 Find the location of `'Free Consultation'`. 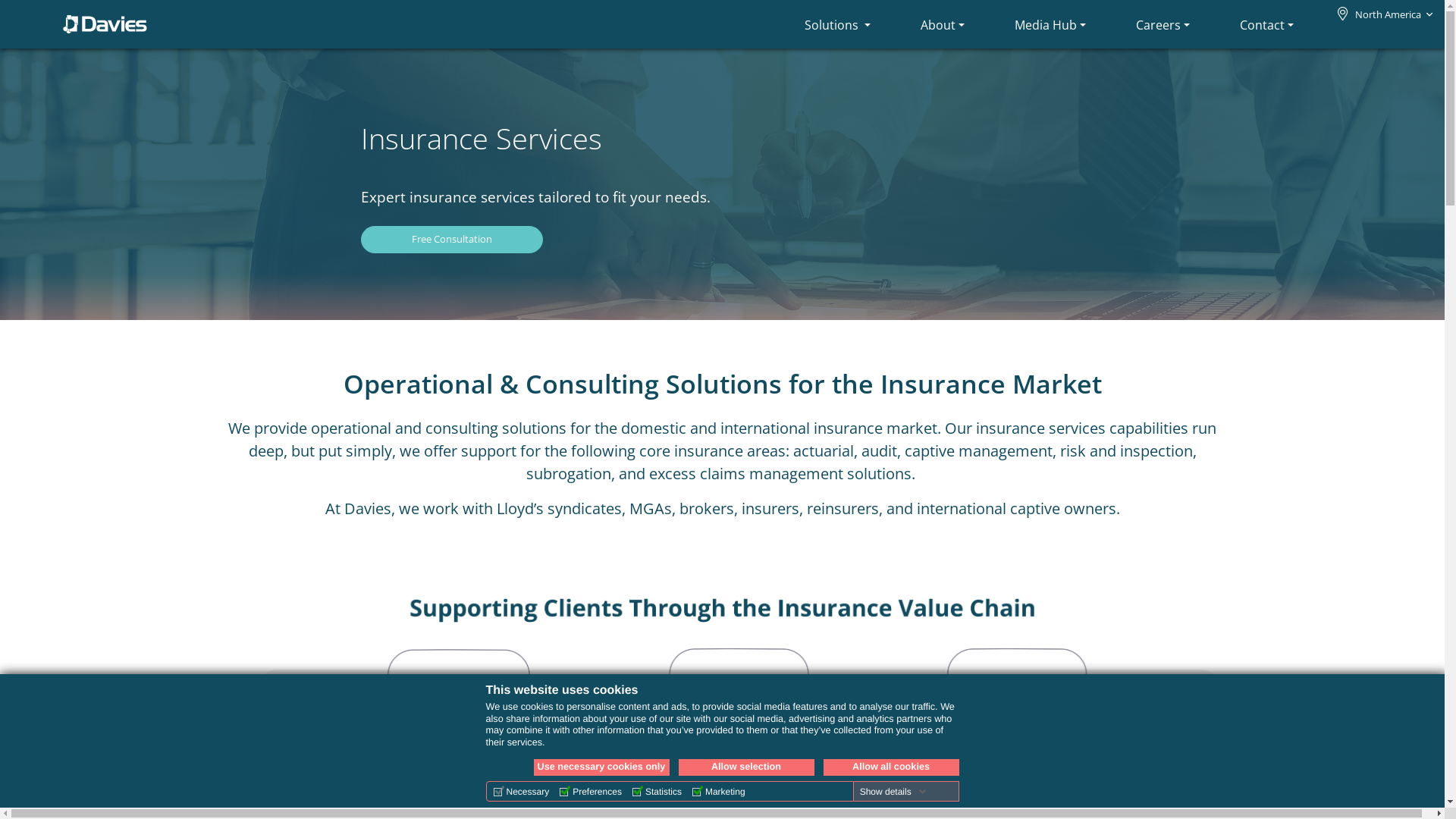

'Free Consultation' is located at coordinates (450, 239).